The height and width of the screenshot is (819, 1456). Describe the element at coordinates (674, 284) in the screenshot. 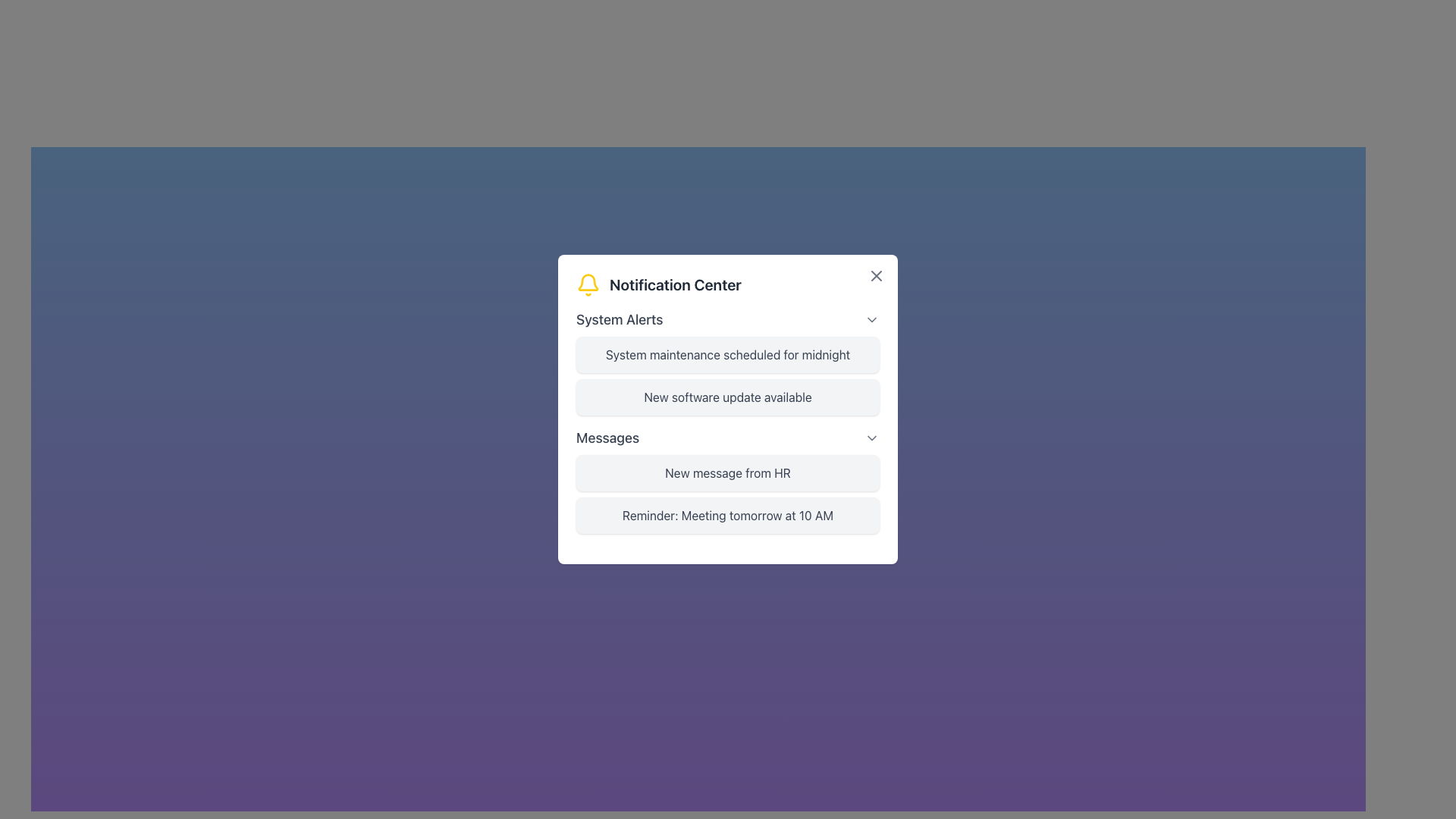

I see `the title text element that identifies the notifications section, which is located to the right of a yellow notification bell icon in a pop-up card interface` at that location.